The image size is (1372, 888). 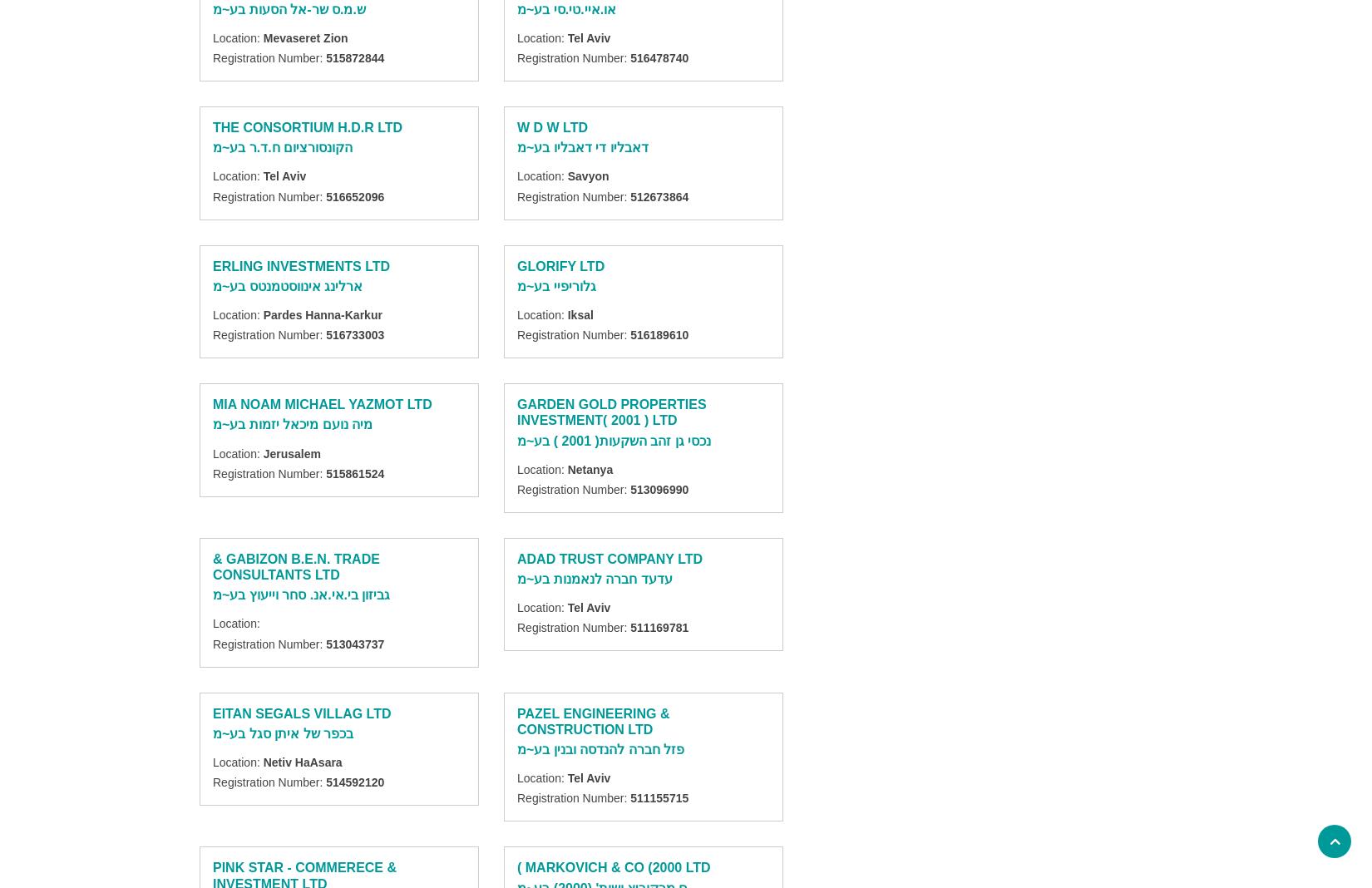 I want to click on '515861524', so click(x=326, y=472).